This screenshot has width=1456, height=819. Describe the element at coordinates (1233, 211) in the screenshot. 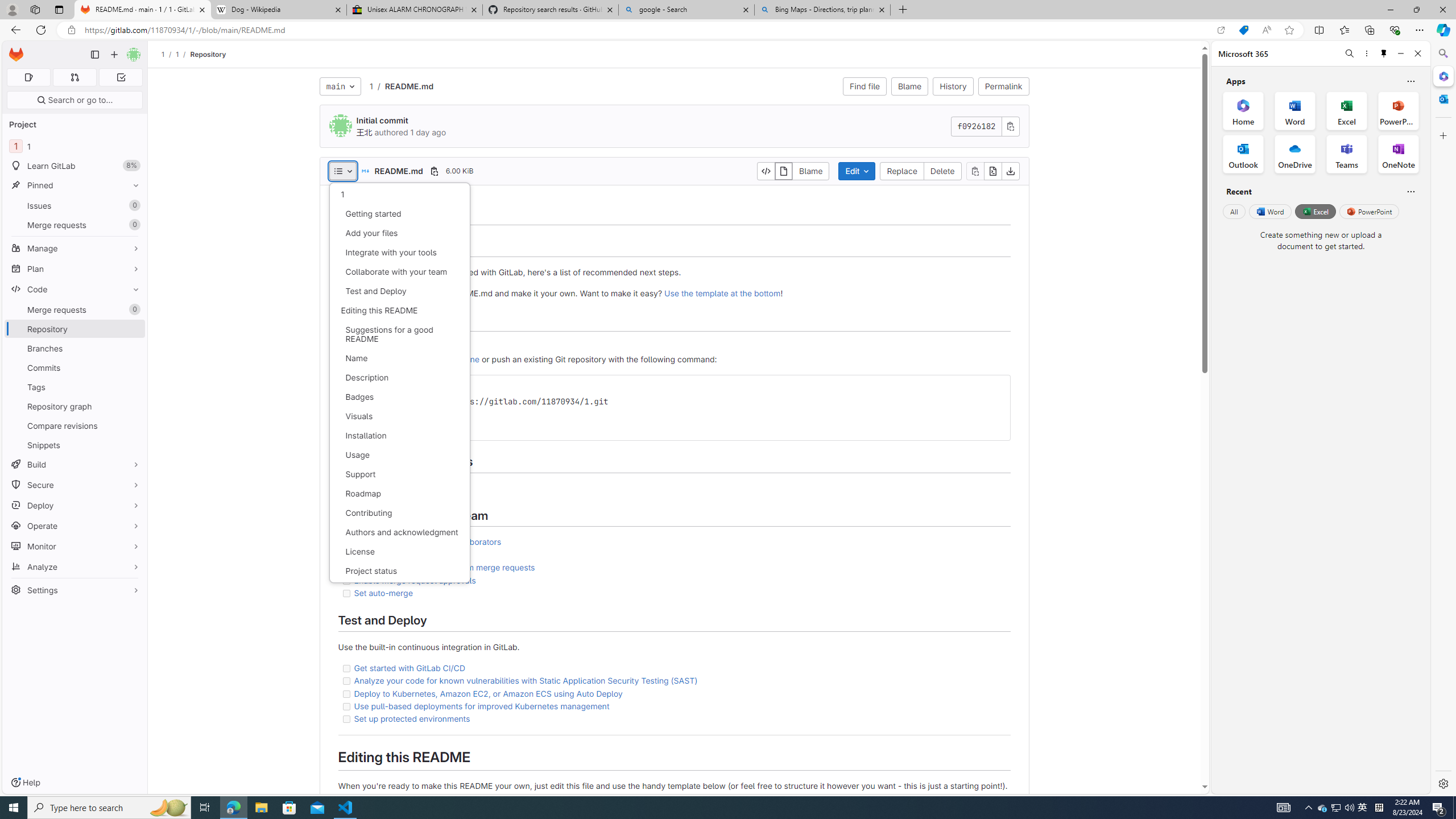

I see `'All'` at that location.